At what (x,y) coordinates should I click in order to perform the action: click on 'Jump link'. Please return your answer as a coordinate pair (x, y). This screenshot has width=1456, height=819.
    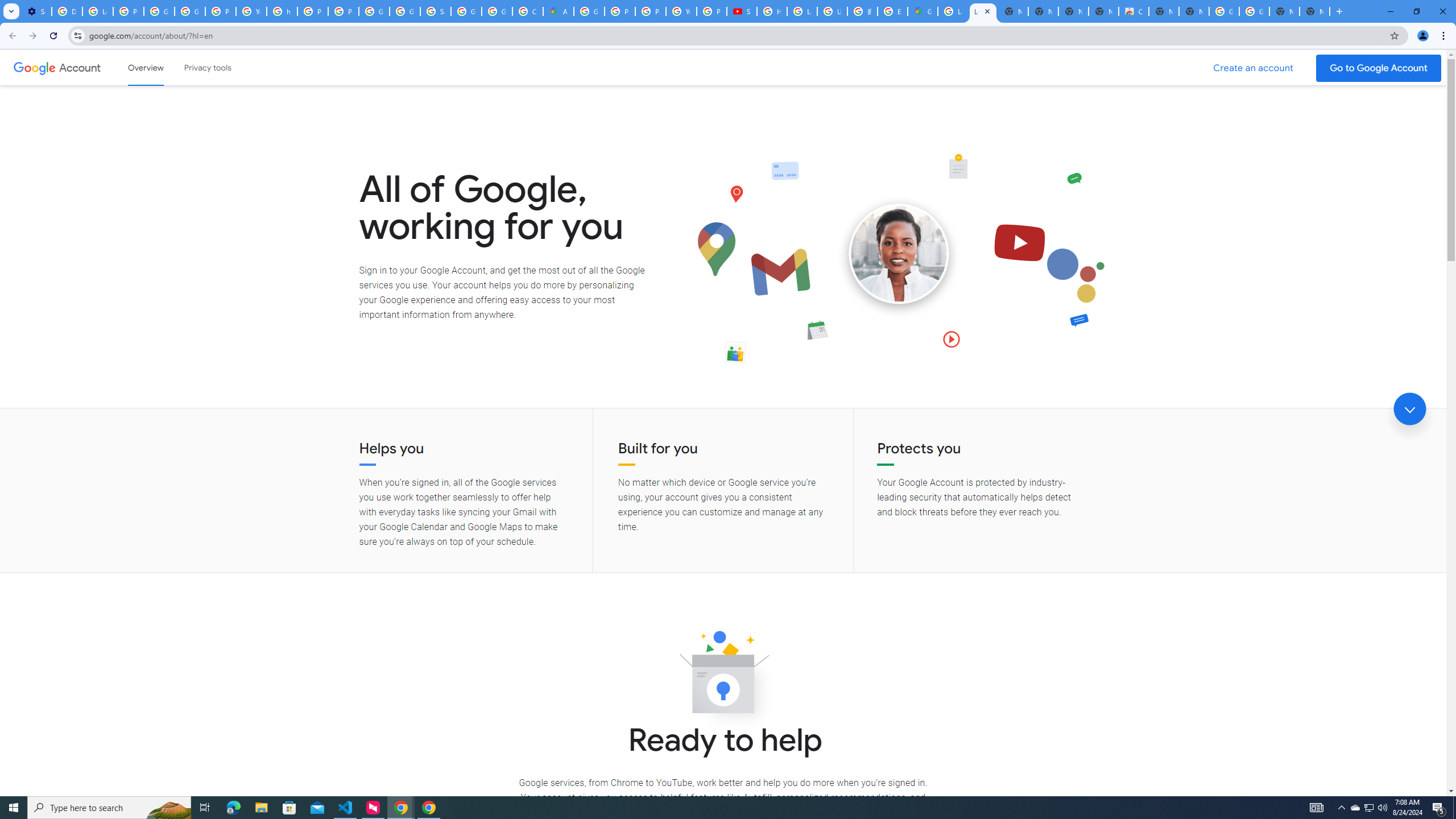
    Looking at the image, I should click on (1409, 409).